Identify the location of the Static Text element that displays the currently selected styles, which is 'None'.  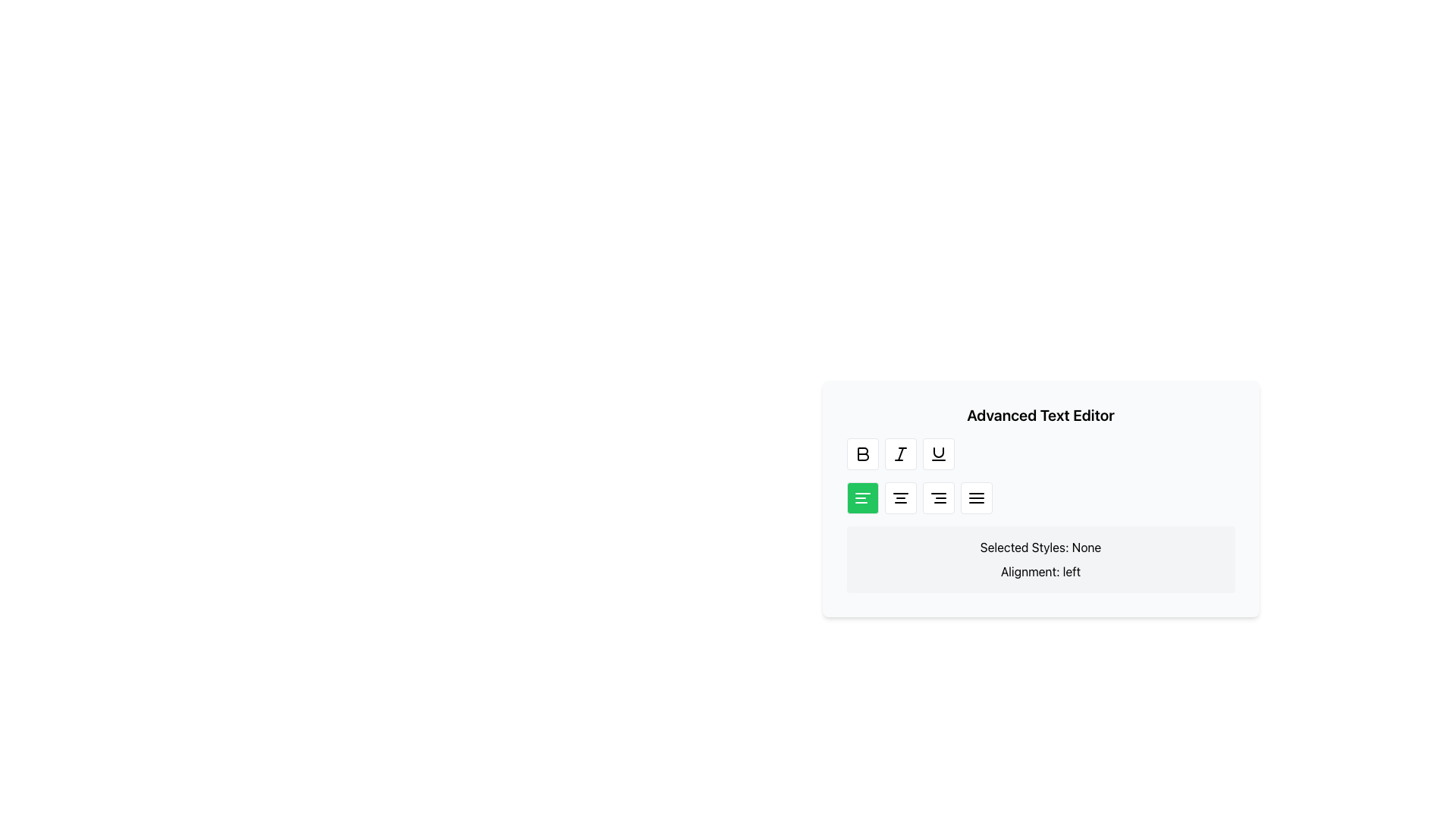
(1040, 547).